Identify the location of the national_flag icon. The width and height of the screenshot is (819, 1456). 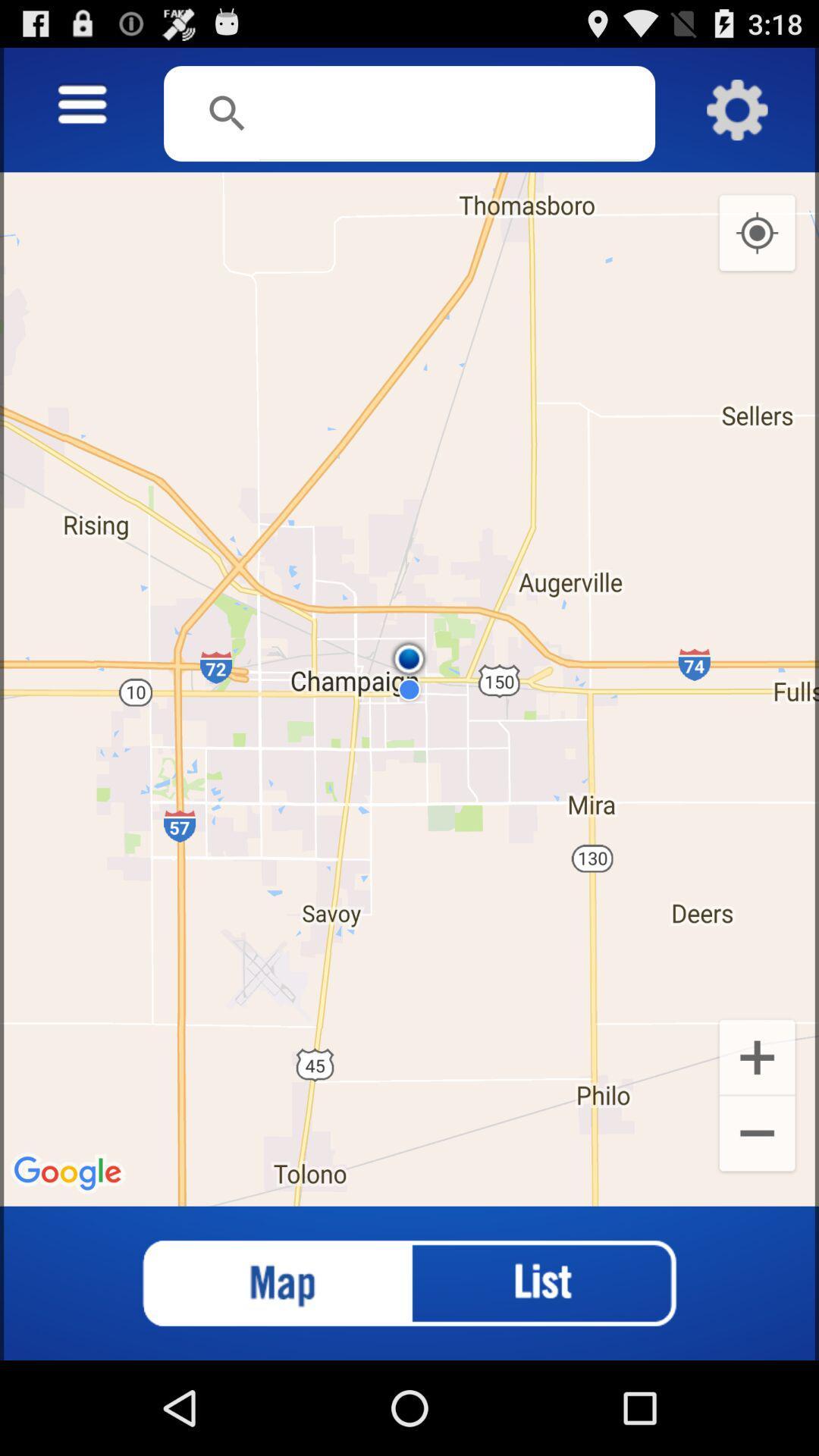
(262, 1373).